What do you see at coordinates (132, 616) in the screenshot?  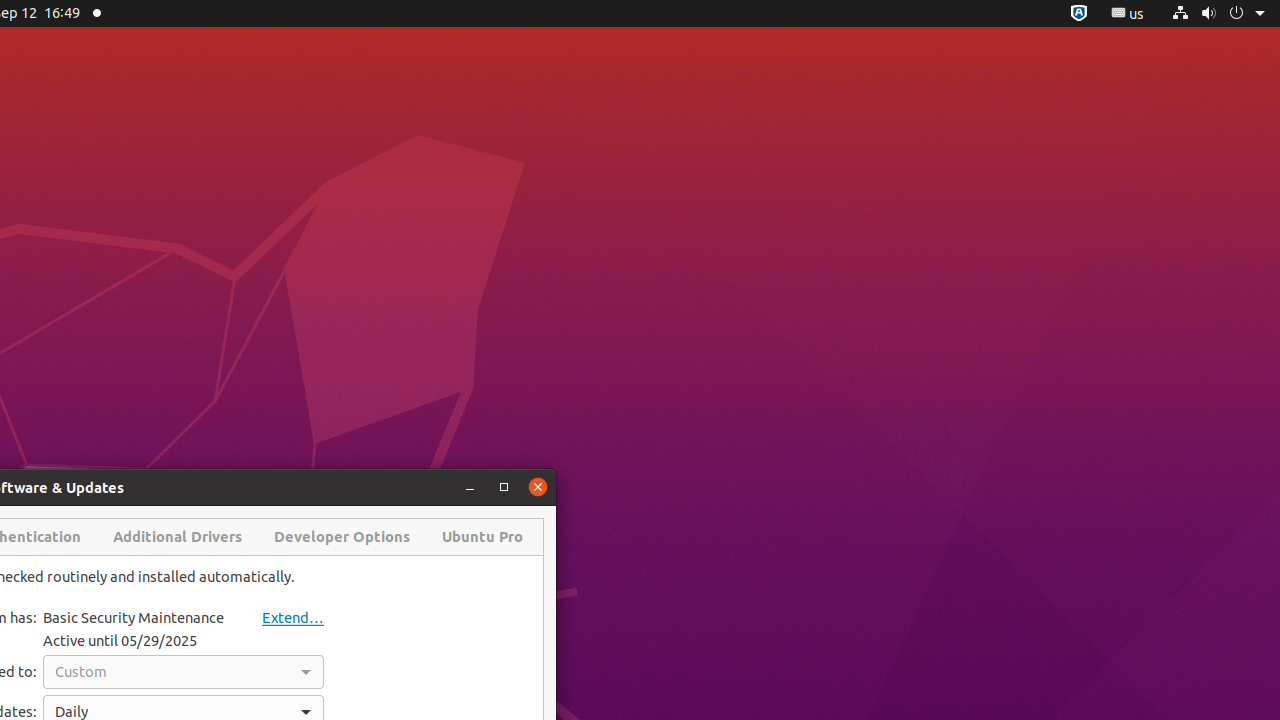 I see `'Basic Security Maintenance'` at bounding box center [132, 616].